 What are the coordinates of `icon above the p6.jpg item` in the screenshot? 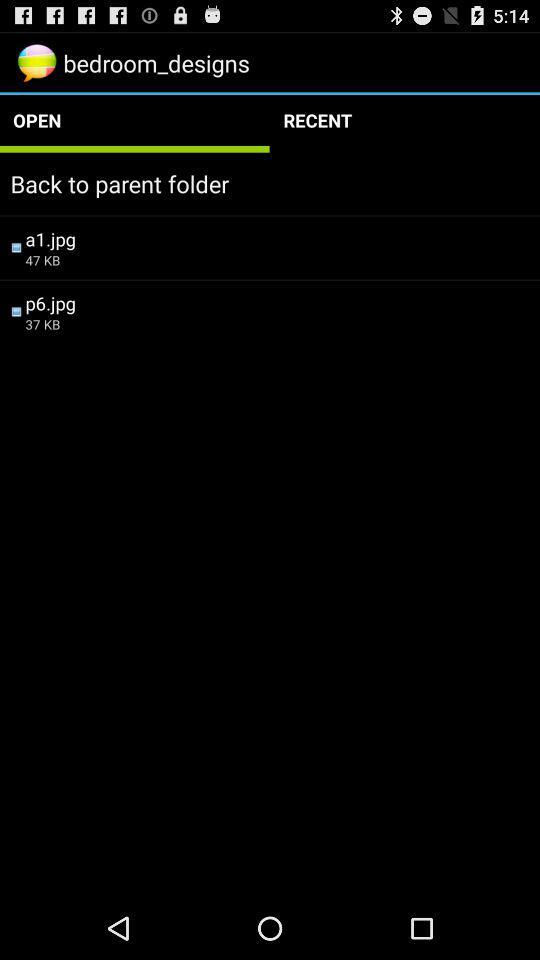 It's located at (276, 259).